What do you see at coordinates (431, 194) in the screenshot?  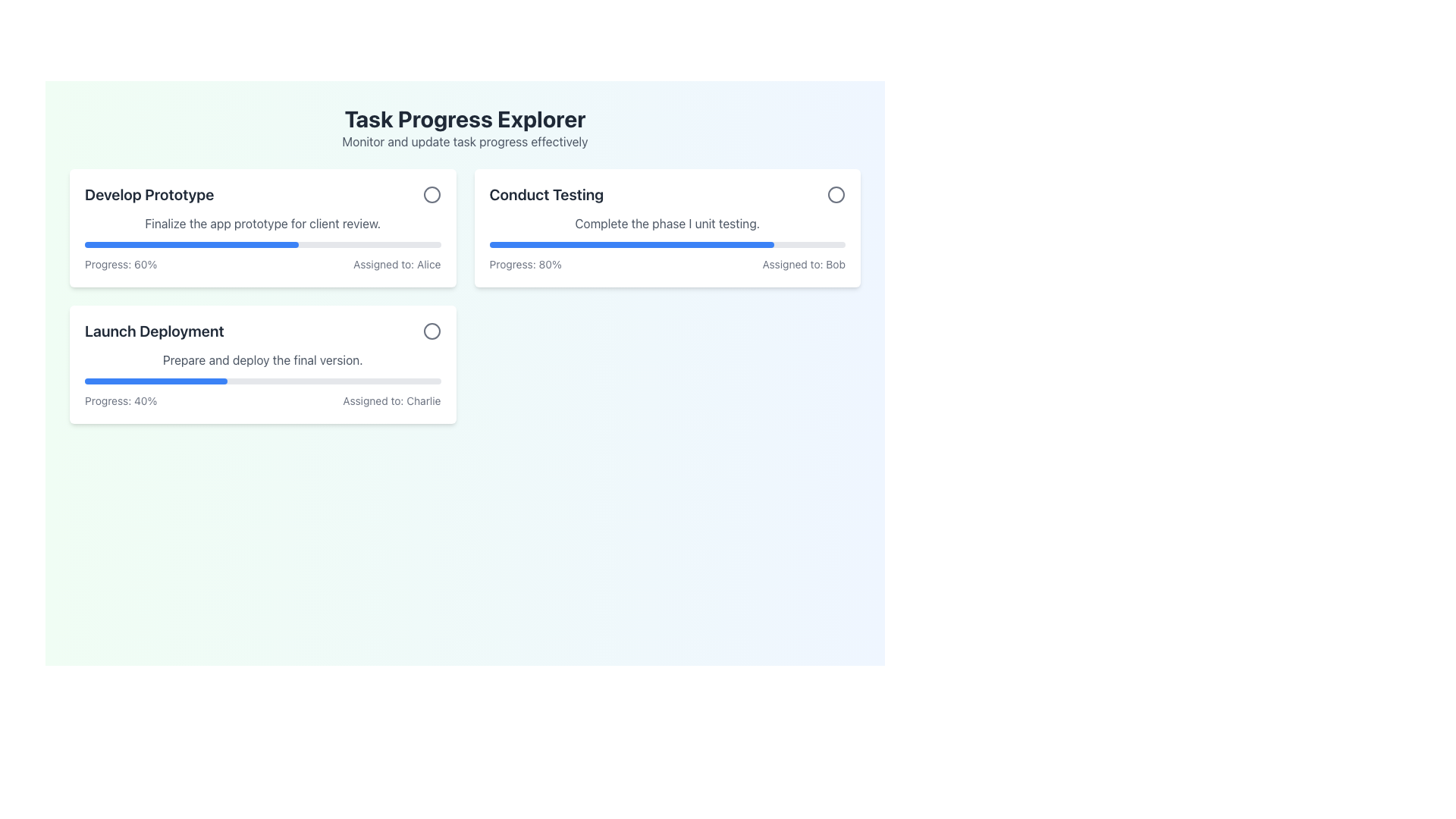 I see `the small circular icon outlined in grey and filled with a white background, located to the right of the 'Develop Prototype' section's title` at bounding box center [431, 194].